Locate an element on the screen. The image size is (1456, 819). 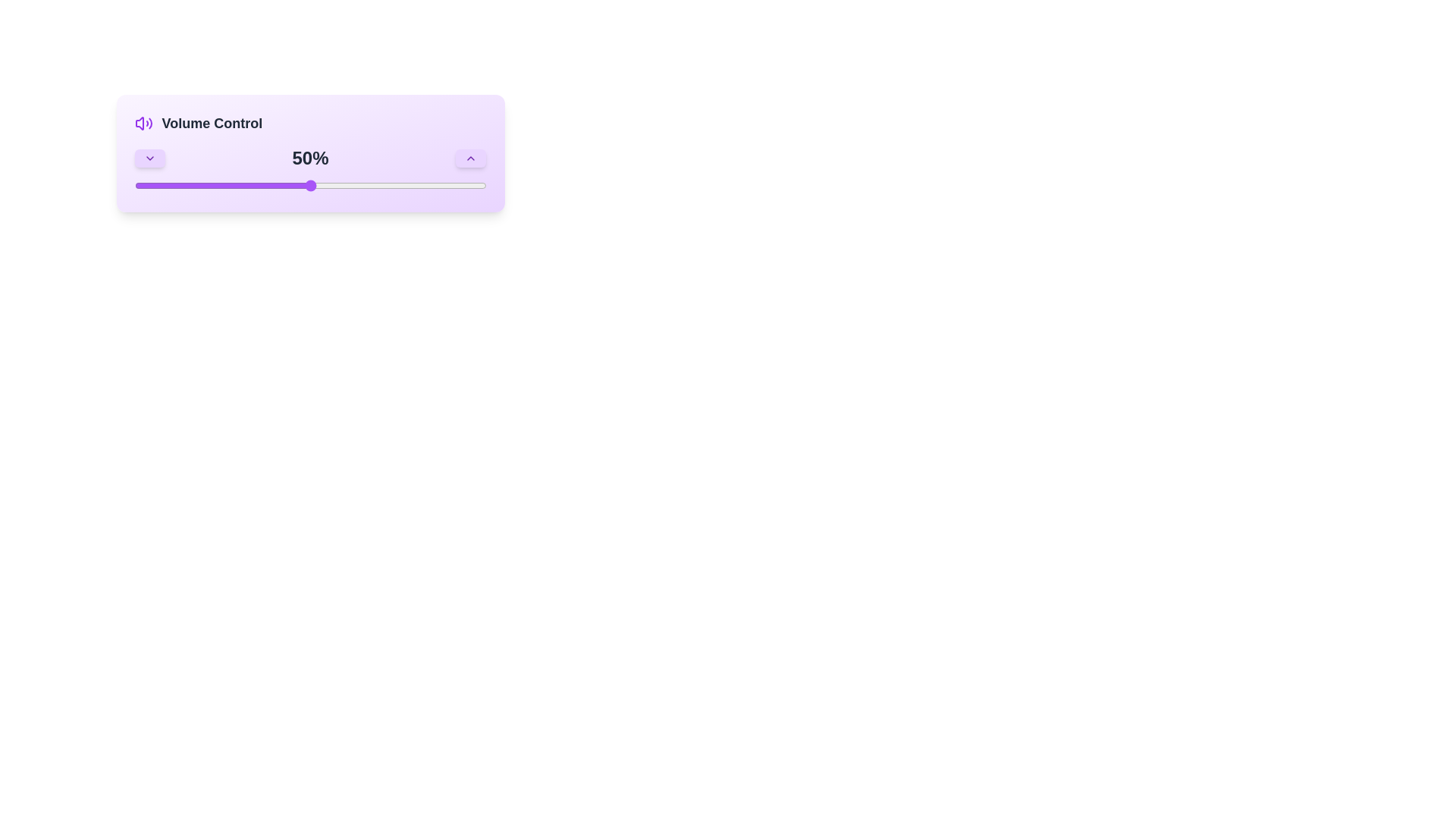
the volume slider is located at coordinates (293, 185).